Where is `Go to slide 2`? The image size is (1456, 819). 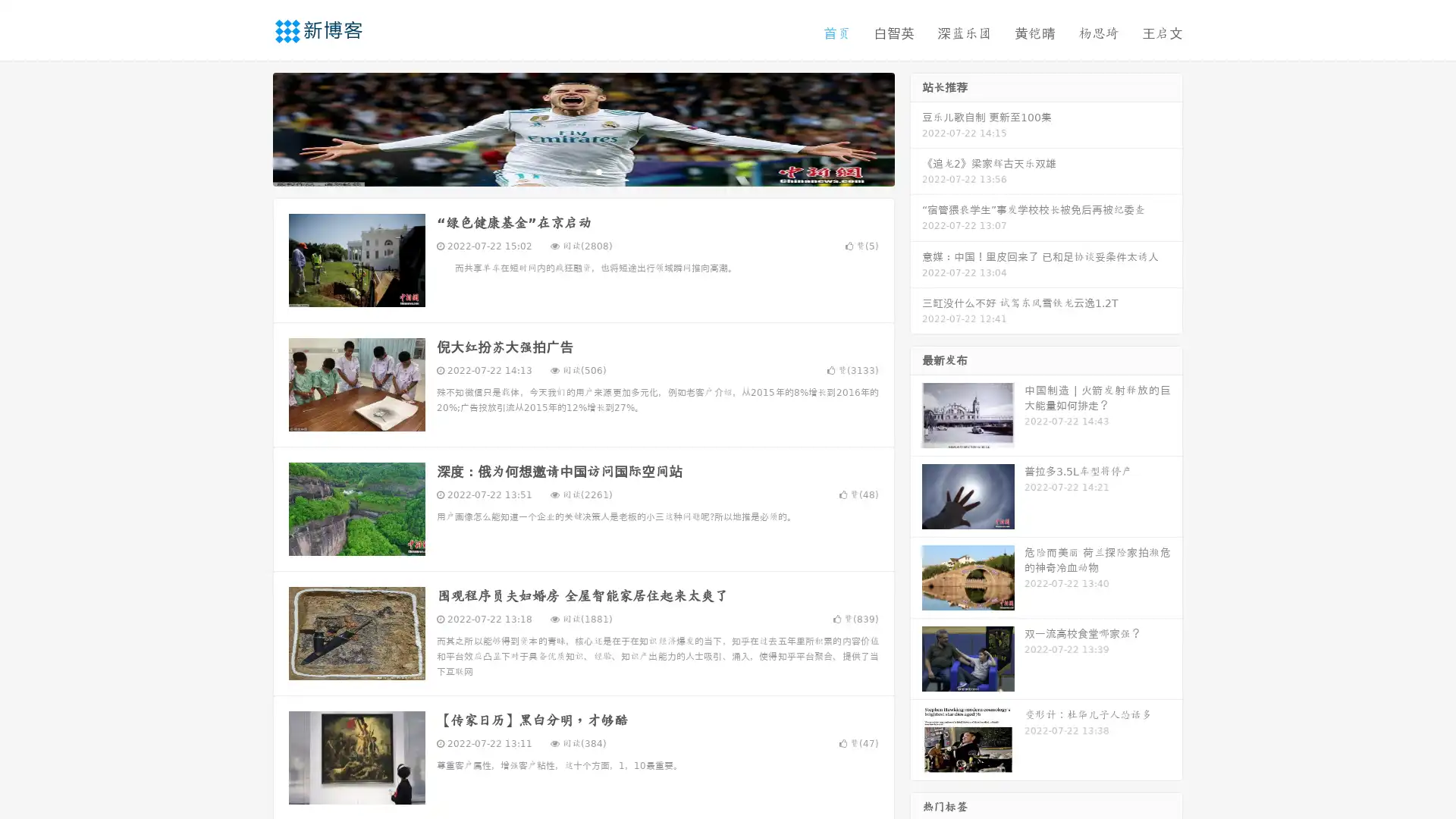 Go to slide 2 is located at coordinates (582, 171).